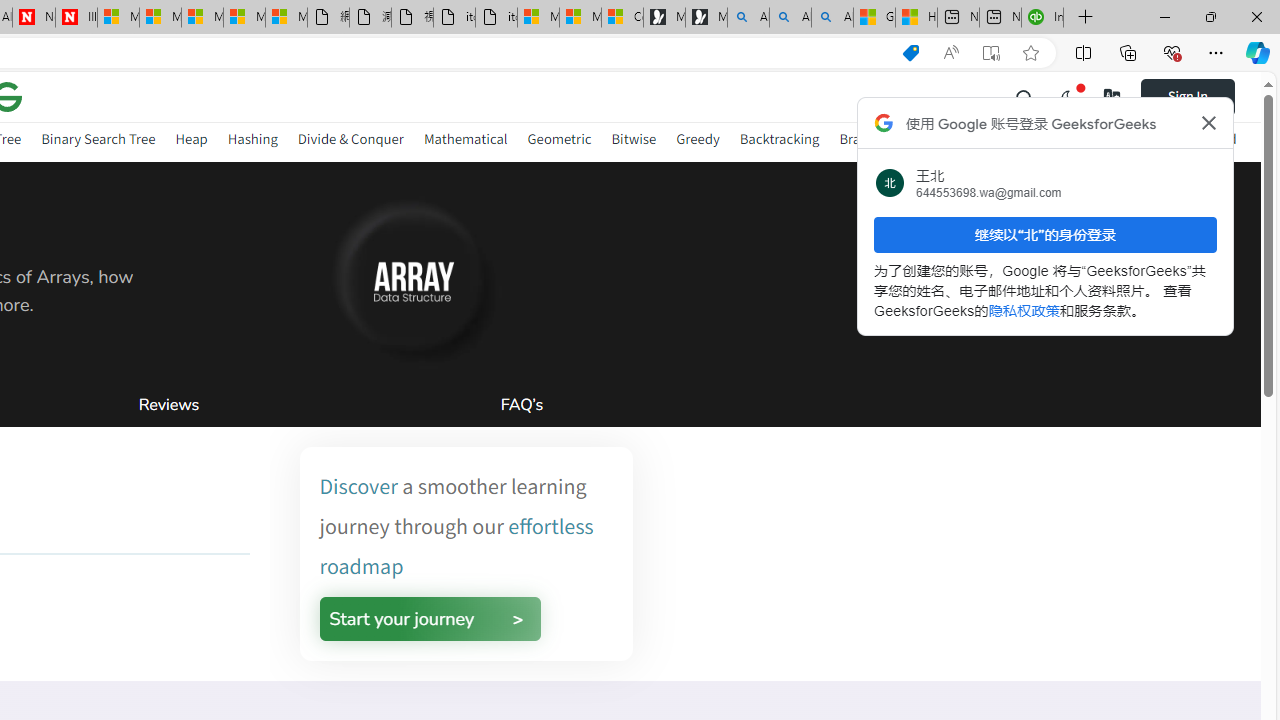 The image size is (1280, 720). I want to click on 'Geometric', so click(559, 141).